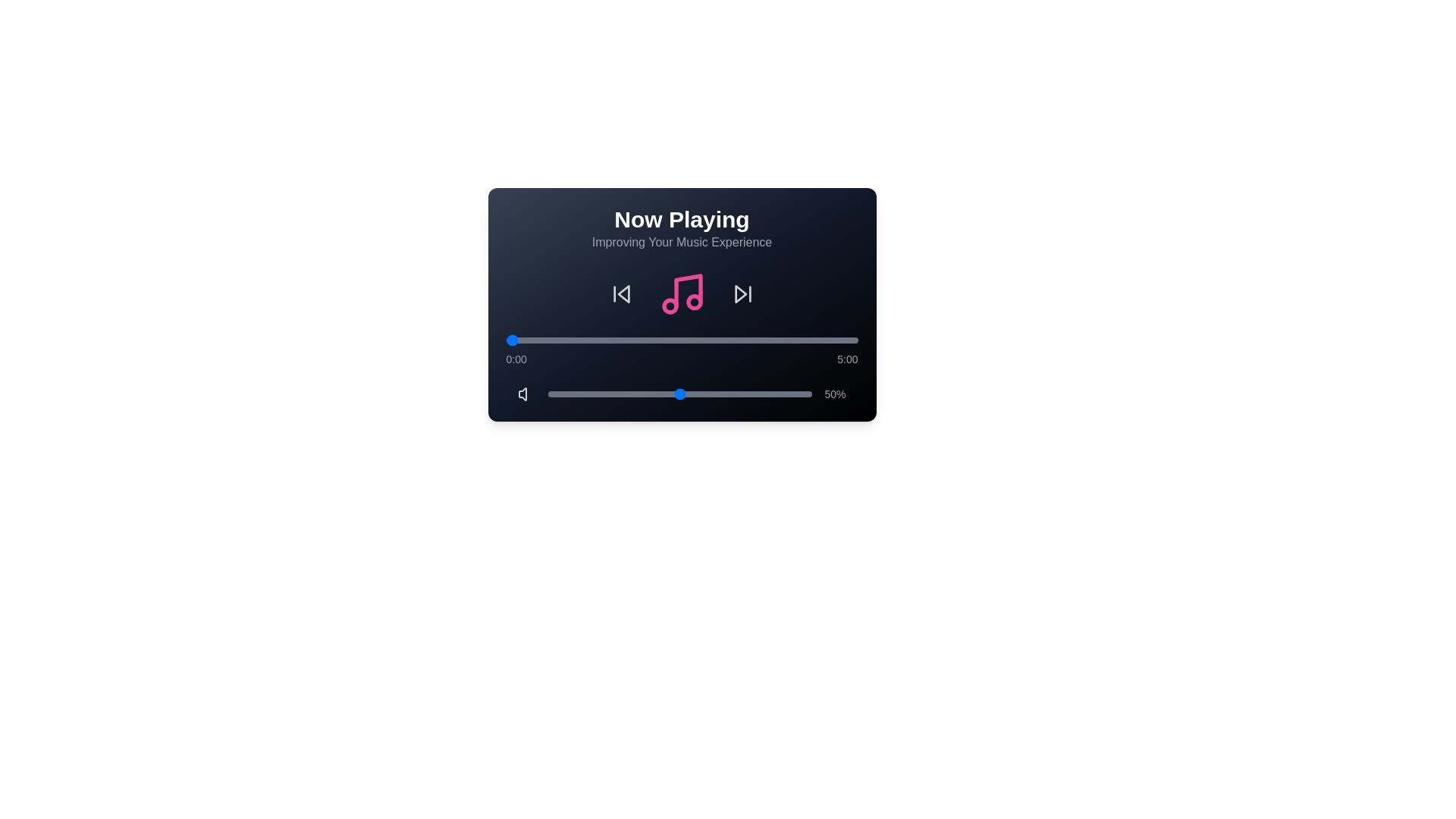  I want to click on the playback progress to 192 seconds, so click(731, 339).